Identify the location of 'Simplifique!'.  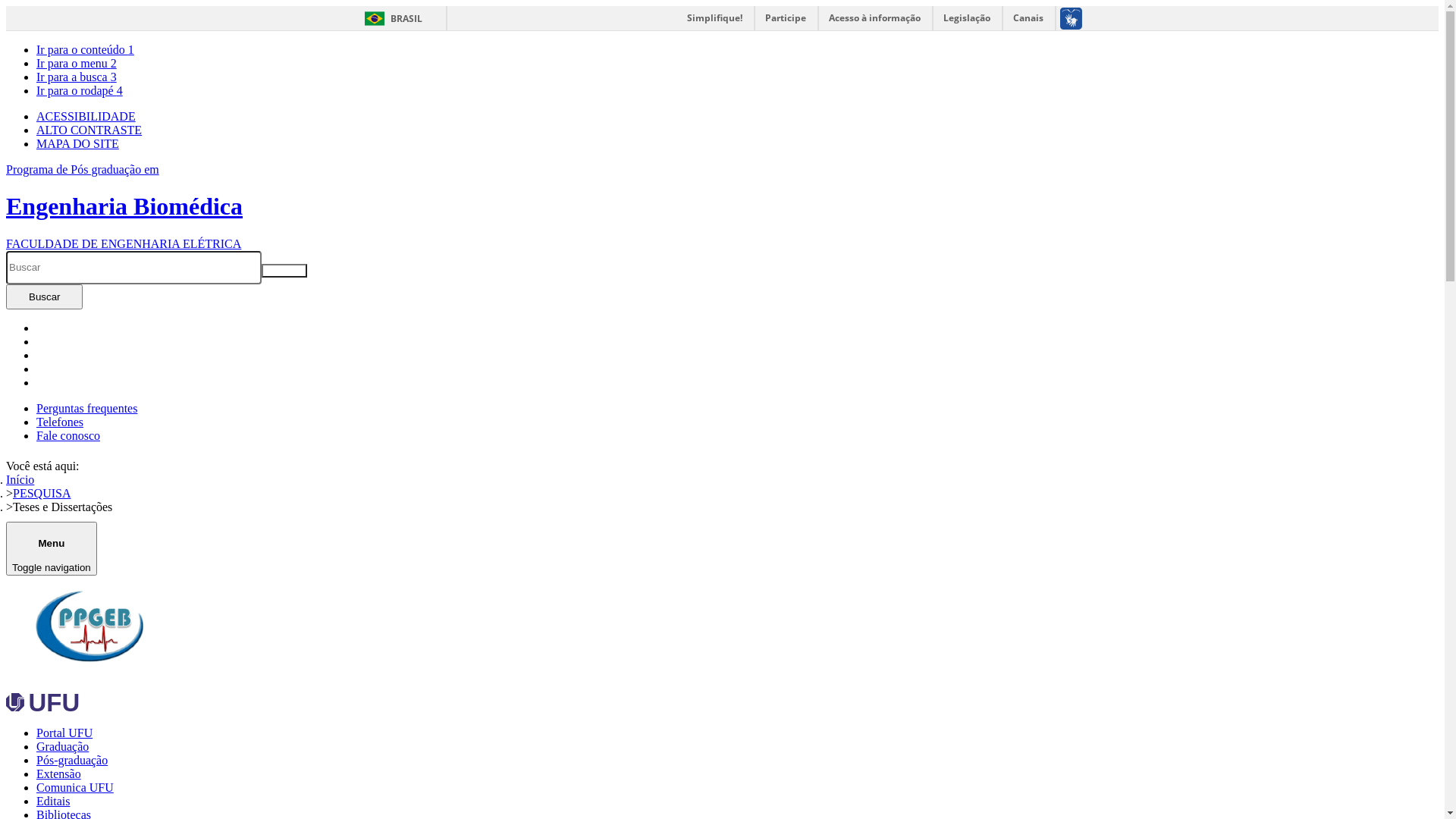
(714, 17).